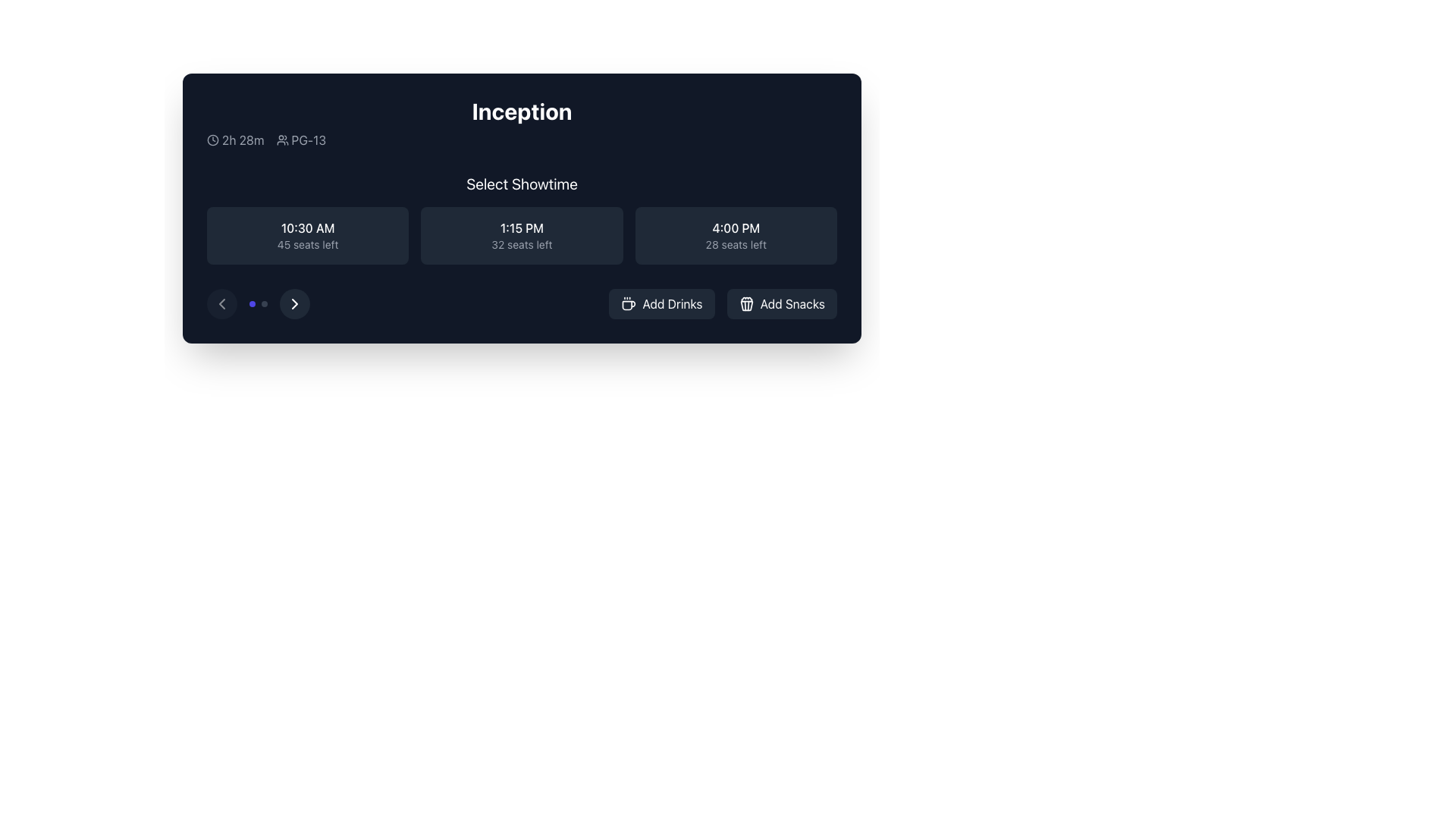 The height and width of the screenshot is (819, 1456). Describe the element at coordinates (629, 306) in the screenshot. I see `the beverage indicator icon located at the bottom-left corner of the UI` at that location.